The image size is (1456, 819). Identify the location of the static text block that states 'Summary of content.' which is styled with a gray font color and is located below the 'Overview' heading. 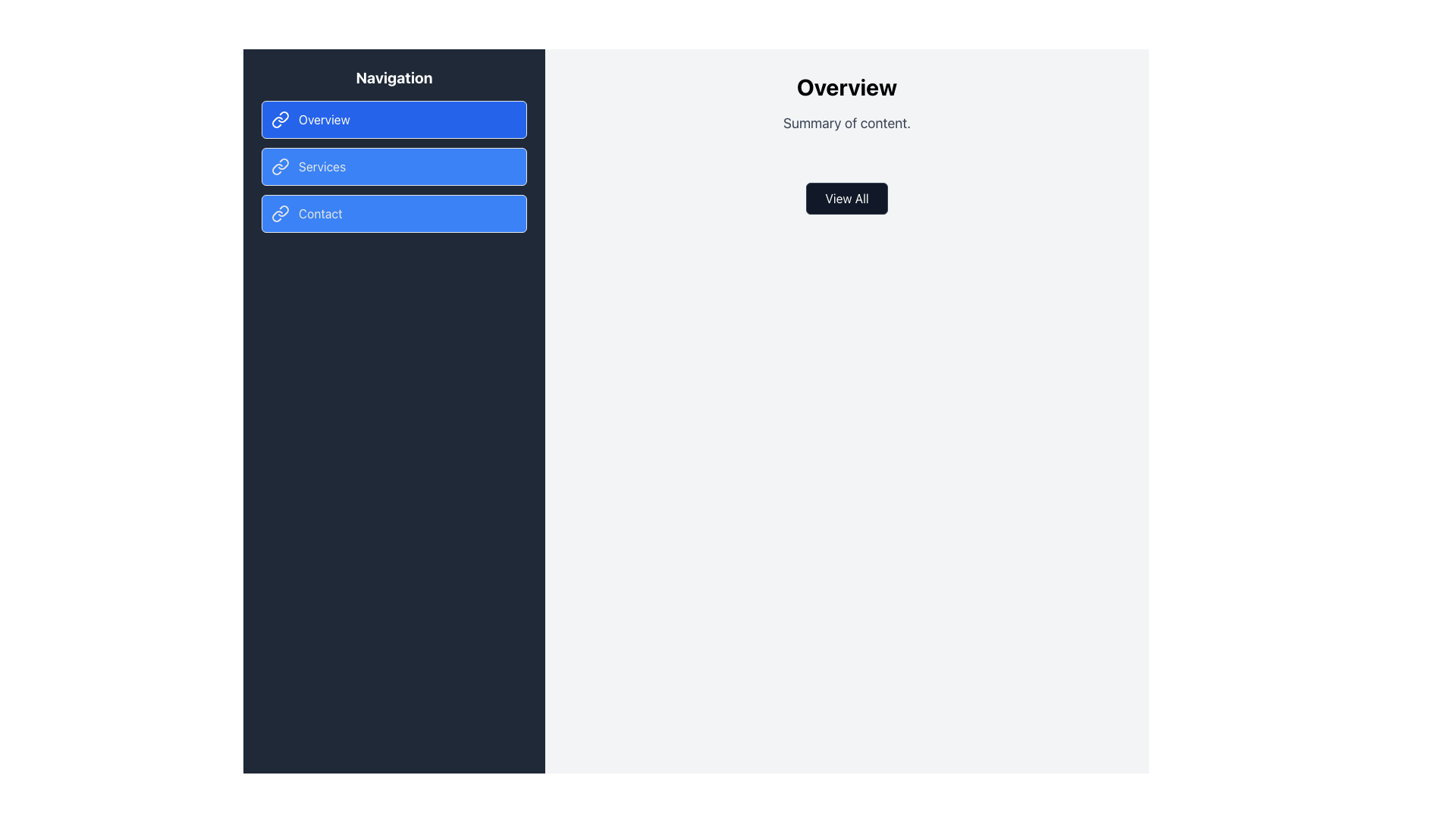
(846, 122).